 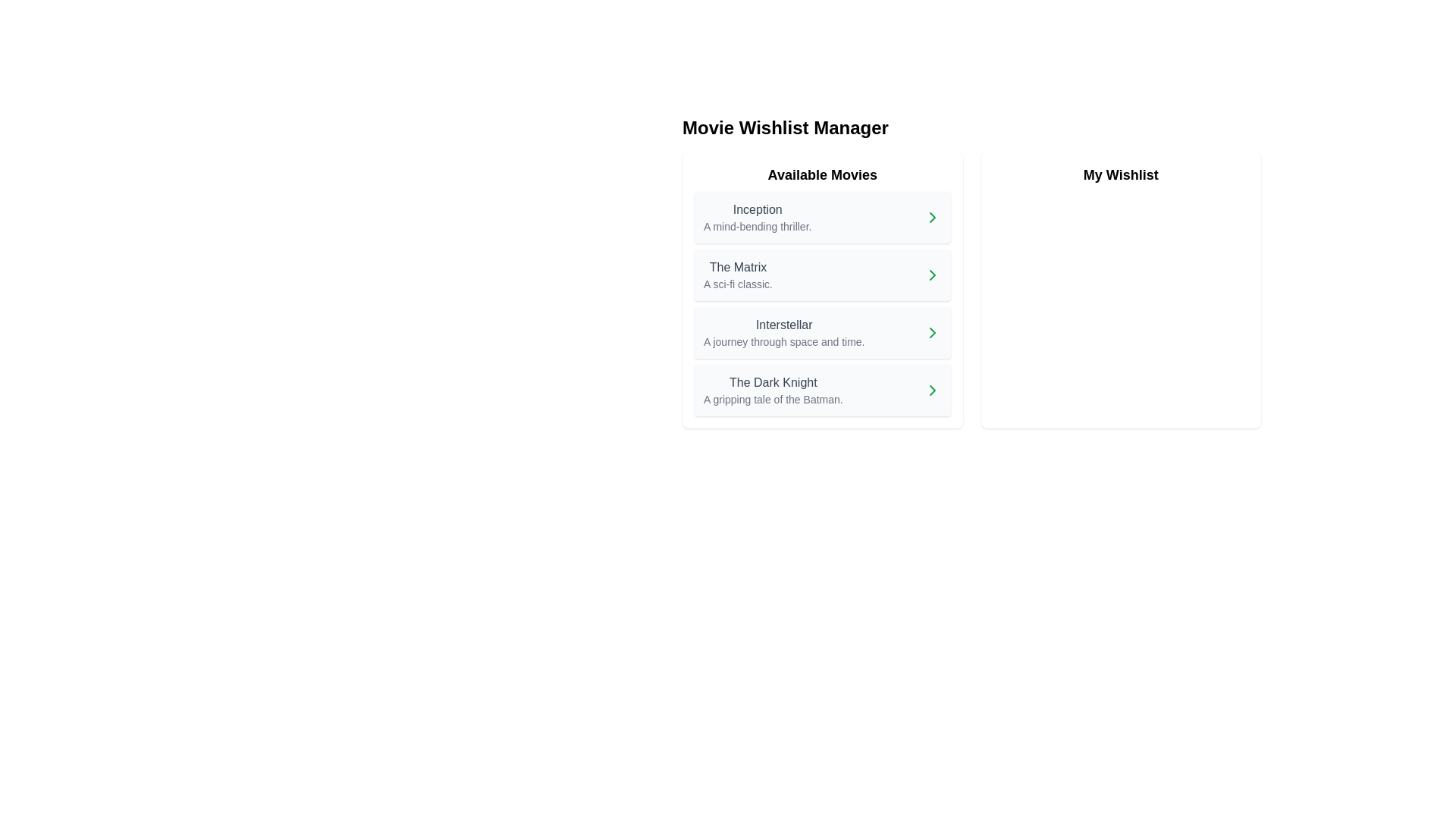 What do you see at coordinates (931, 332) in the screenshot?
I see `the Chevron icon button located at the far right of the 'Interstellar' movie item in the 'Available Movies' section of the 'Movie Wishlist Manager' interface` at bounding box center [931, 332].